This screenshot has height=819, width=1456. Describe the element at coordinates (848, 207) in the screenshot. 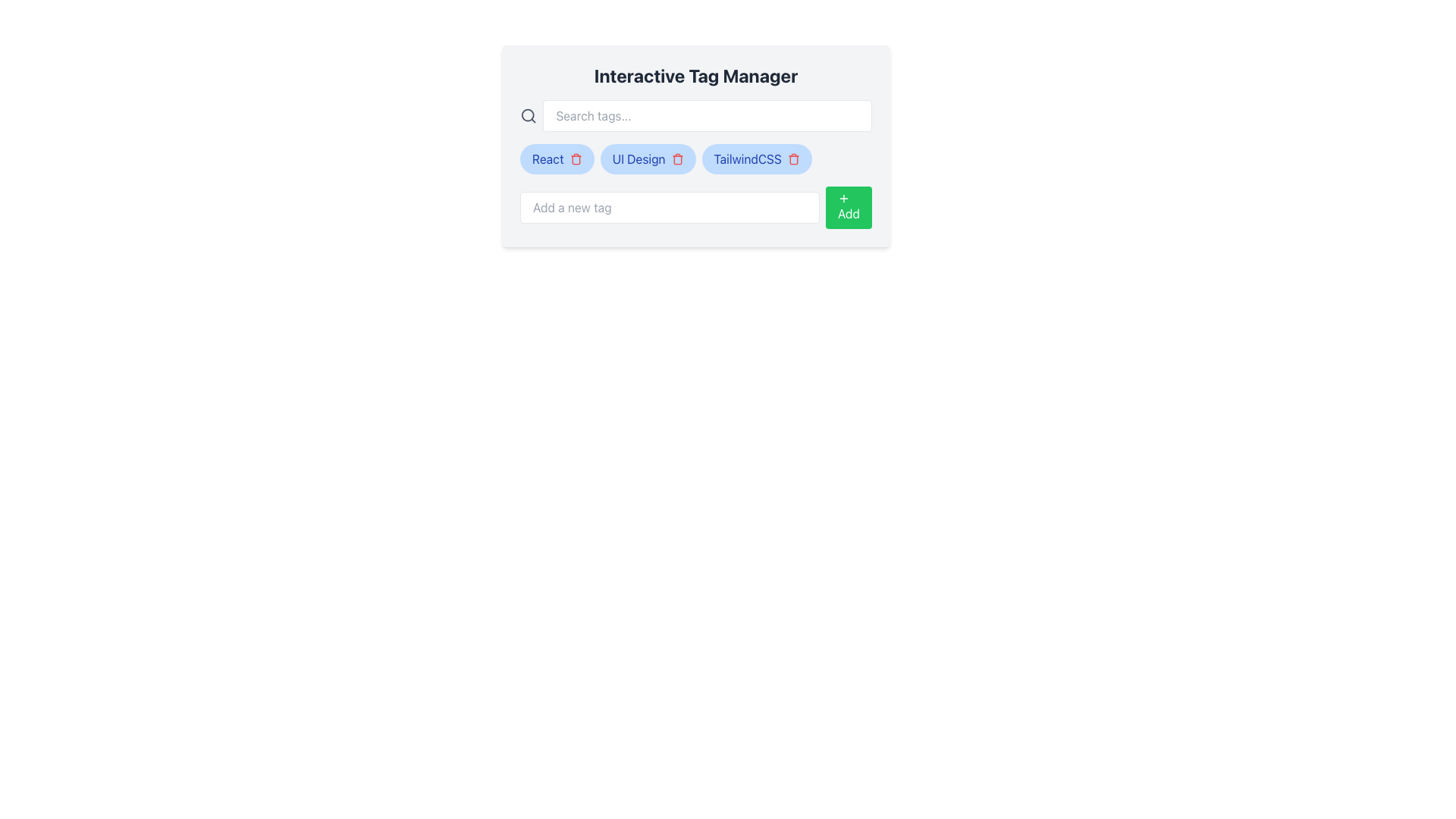

I see `the green 'Add' button with rounded corners and a '+' icon` at that location.